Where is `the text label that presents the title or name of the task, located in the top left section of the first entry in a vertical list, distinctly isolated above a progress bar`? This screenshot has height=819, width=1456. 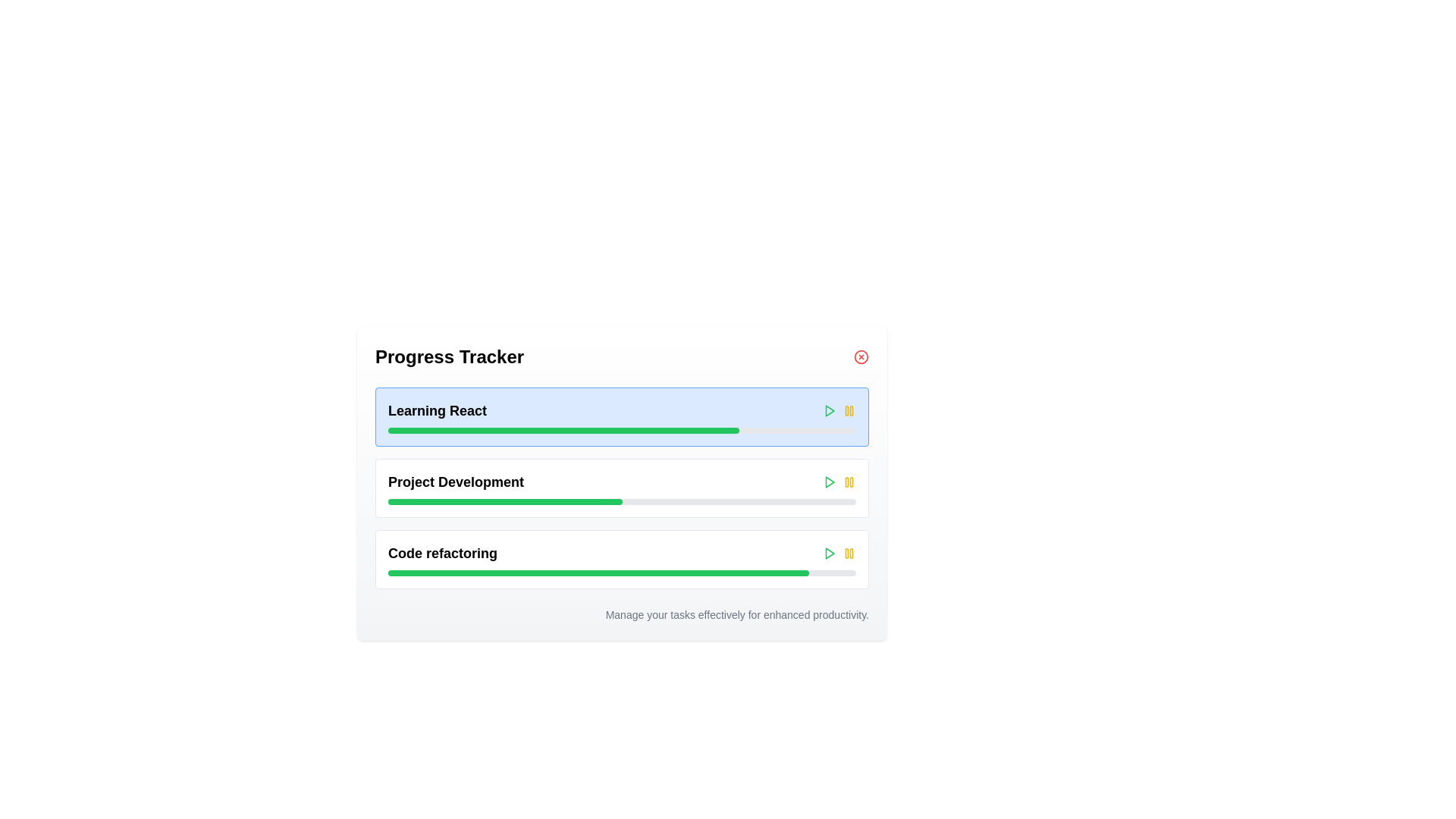 the text label that presents the title or name of the task, located in the top left section of the first entry in a vertical list, distinctly isolated above a progress bar is located at coordinates (436, 411).